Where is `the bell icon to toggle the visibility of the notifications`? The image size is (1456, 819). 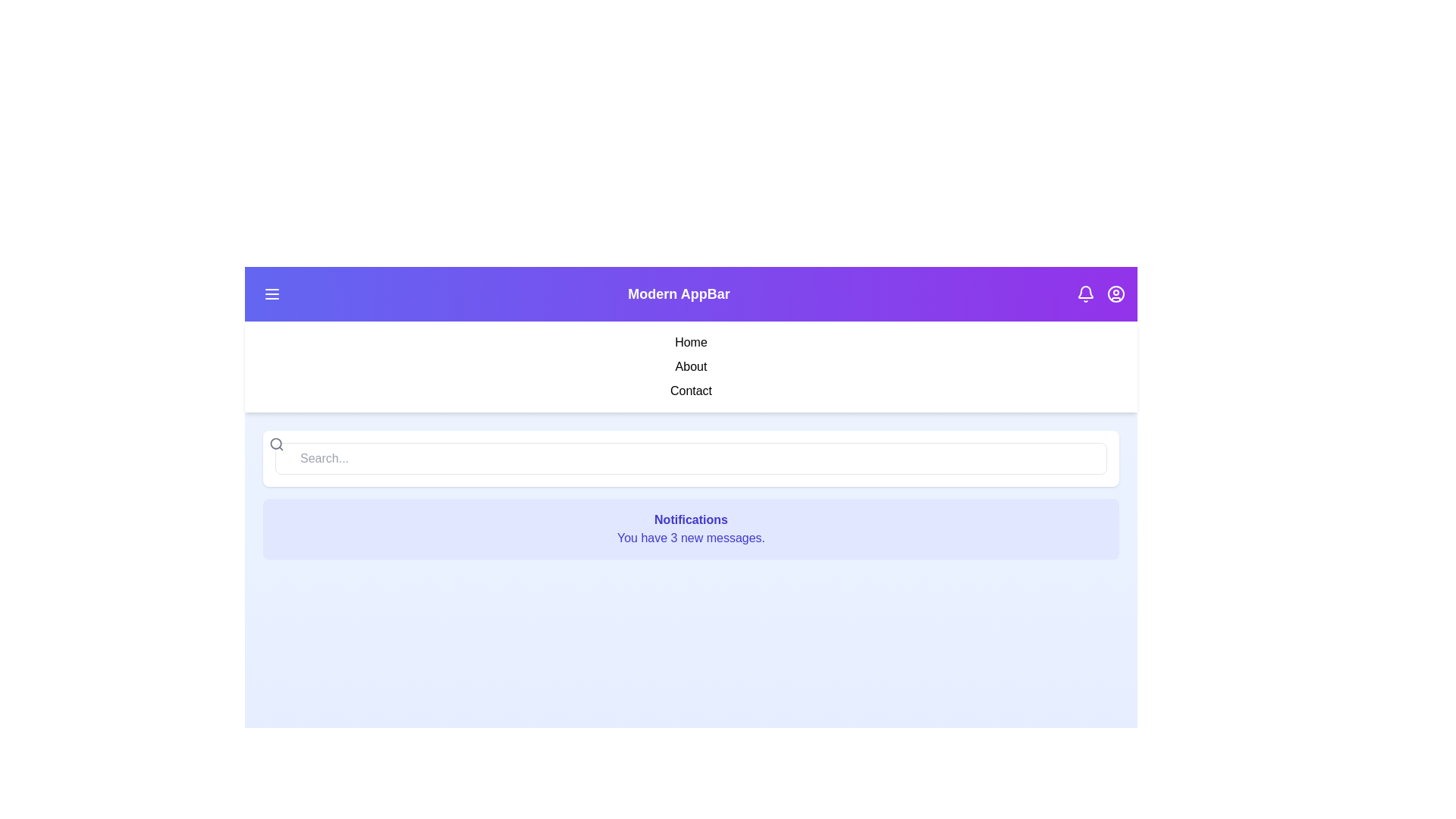
the bell icon to toggle the visibility of the notifications is located at coordinates (1084, 294).